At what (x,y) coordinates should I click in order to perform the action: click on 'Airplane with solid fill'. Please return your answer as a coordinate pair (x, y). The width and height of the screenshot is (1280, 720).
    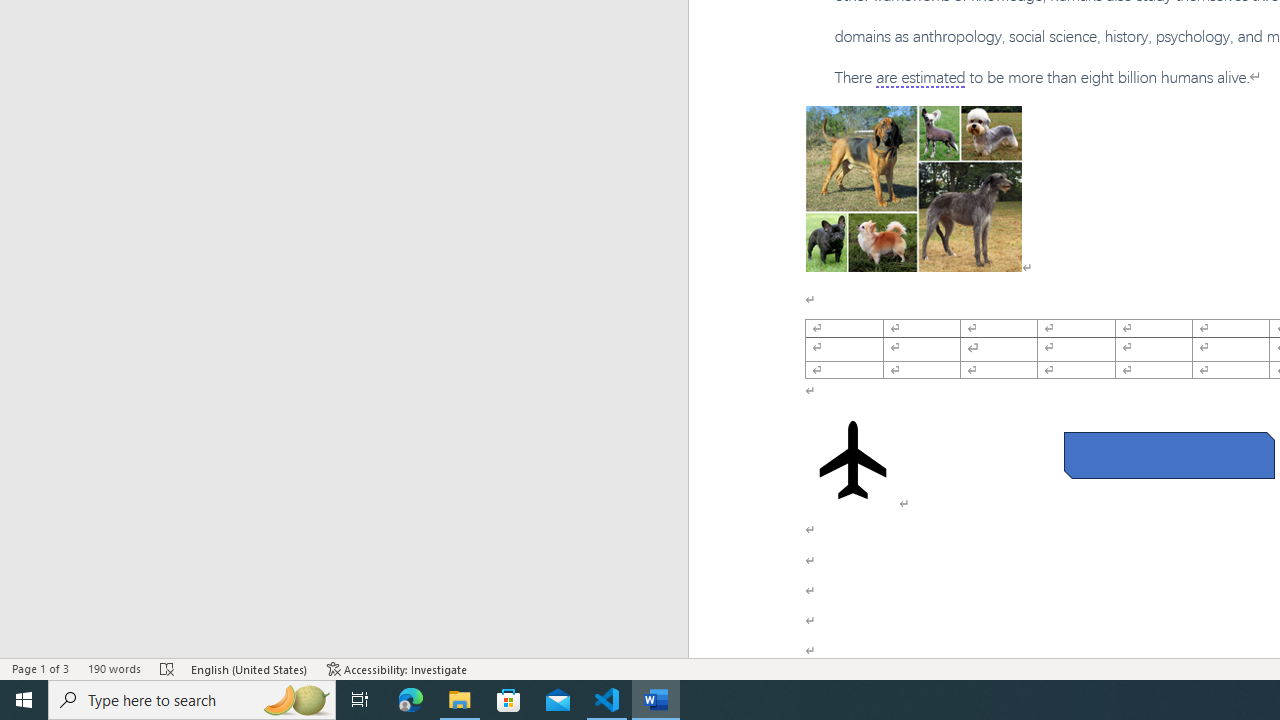
    Looking at the image, I should click on (853, 460).